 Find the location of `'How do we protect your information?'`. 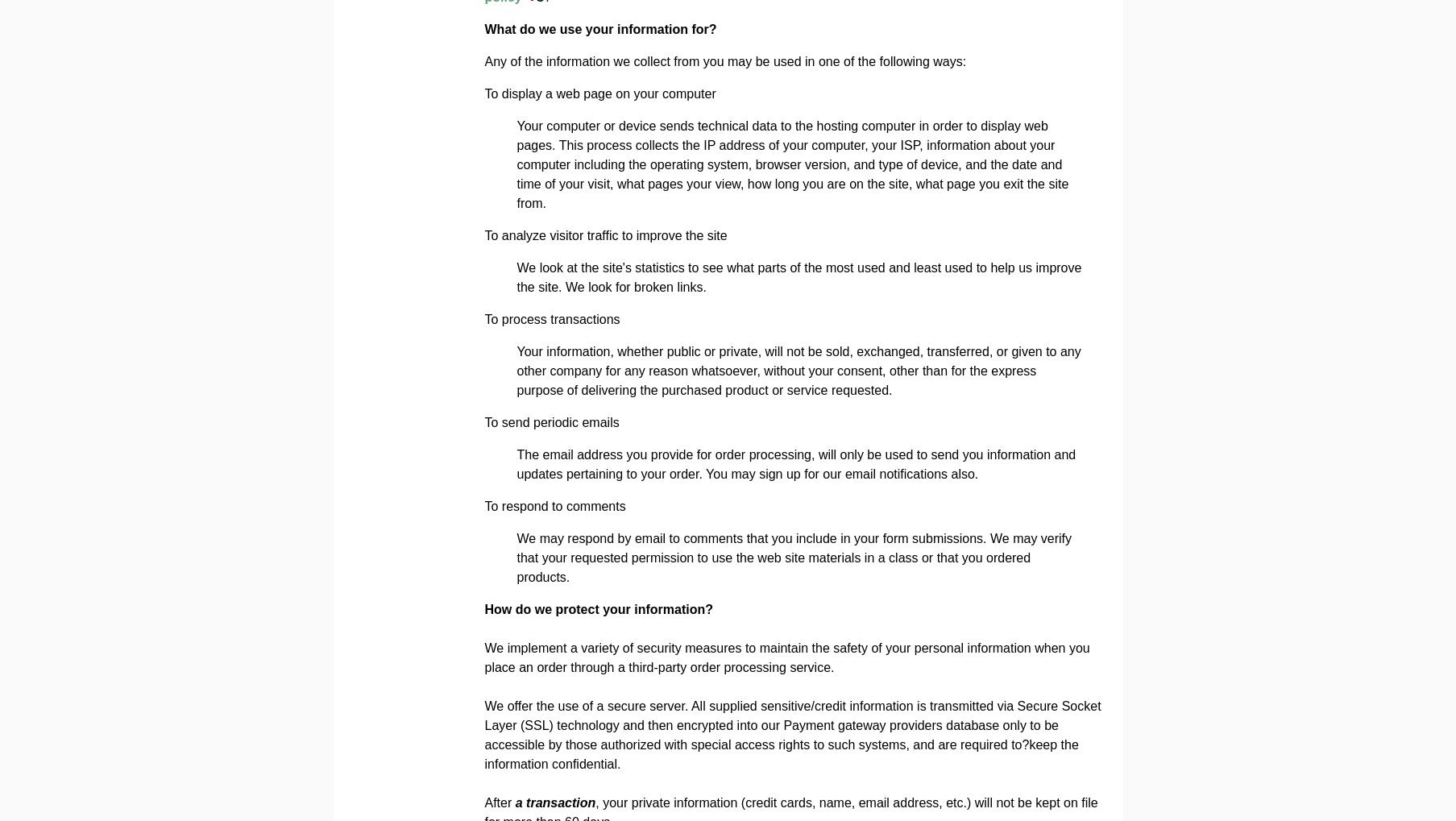

'How do we protect your information?' is located at coordinates (599, 608).